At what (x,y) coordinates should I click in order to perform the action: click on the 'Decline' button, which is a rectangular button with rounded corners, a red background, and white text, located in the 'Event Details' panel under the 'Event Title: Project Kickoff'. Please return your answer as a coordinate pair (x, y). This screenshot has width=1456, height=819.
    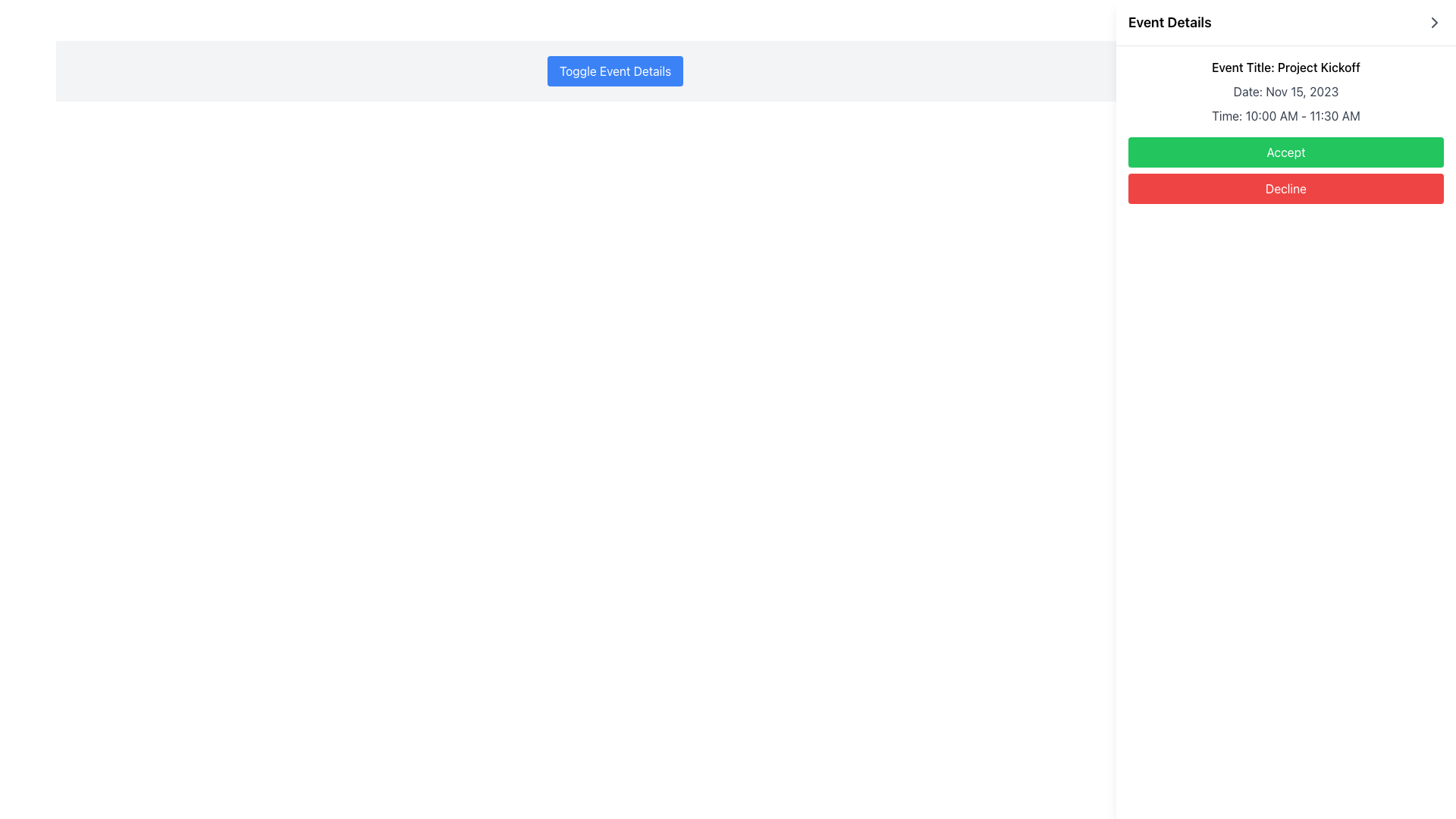
    Looking at the image, I should click on (1285, 188).